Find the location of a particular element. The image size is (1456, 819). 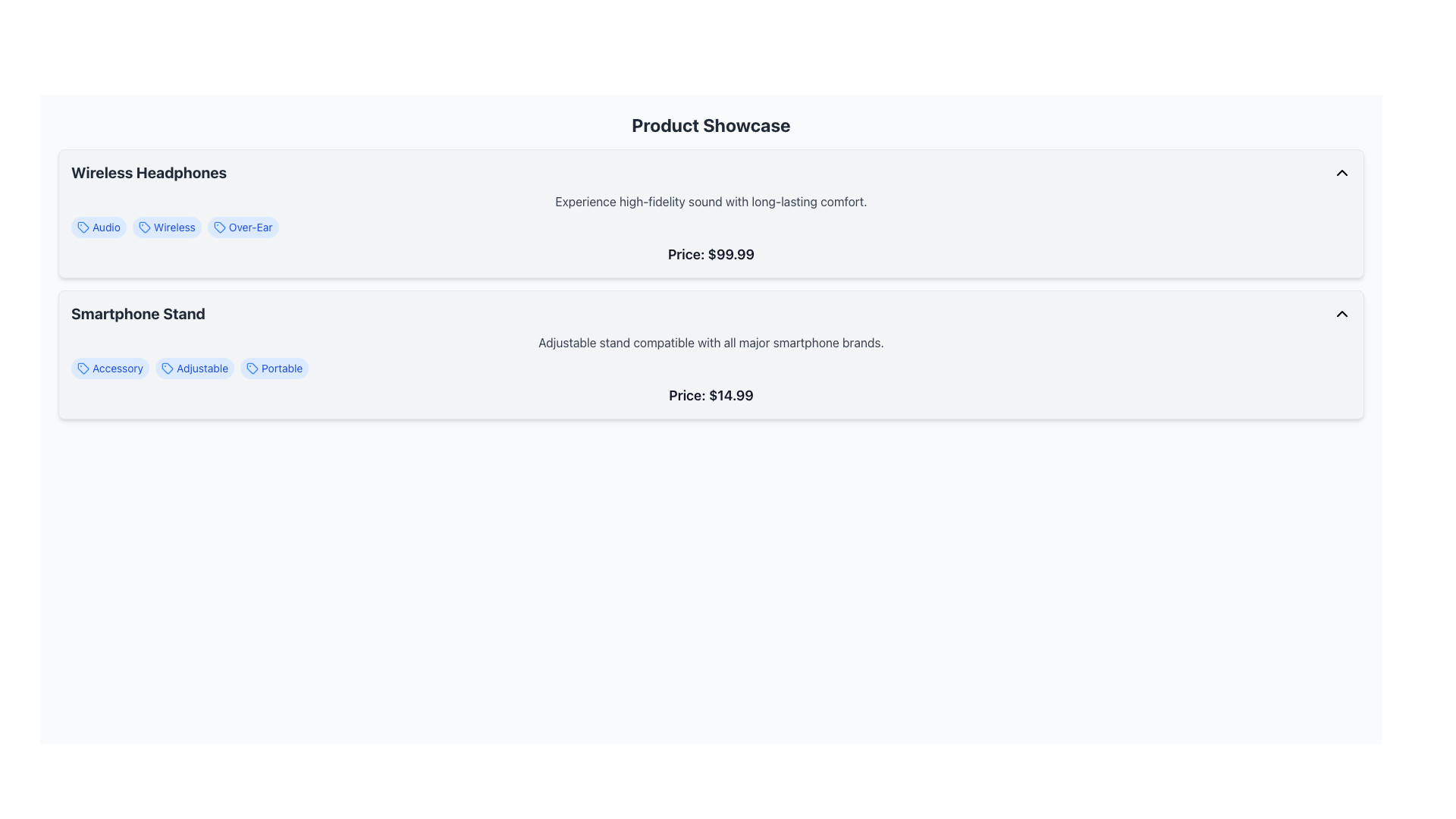

the 'Over-Ear' badge located under the 'Wireless Headphones' header, which is the third badge in the sequence of style elements is located at coordinates (243, 227).